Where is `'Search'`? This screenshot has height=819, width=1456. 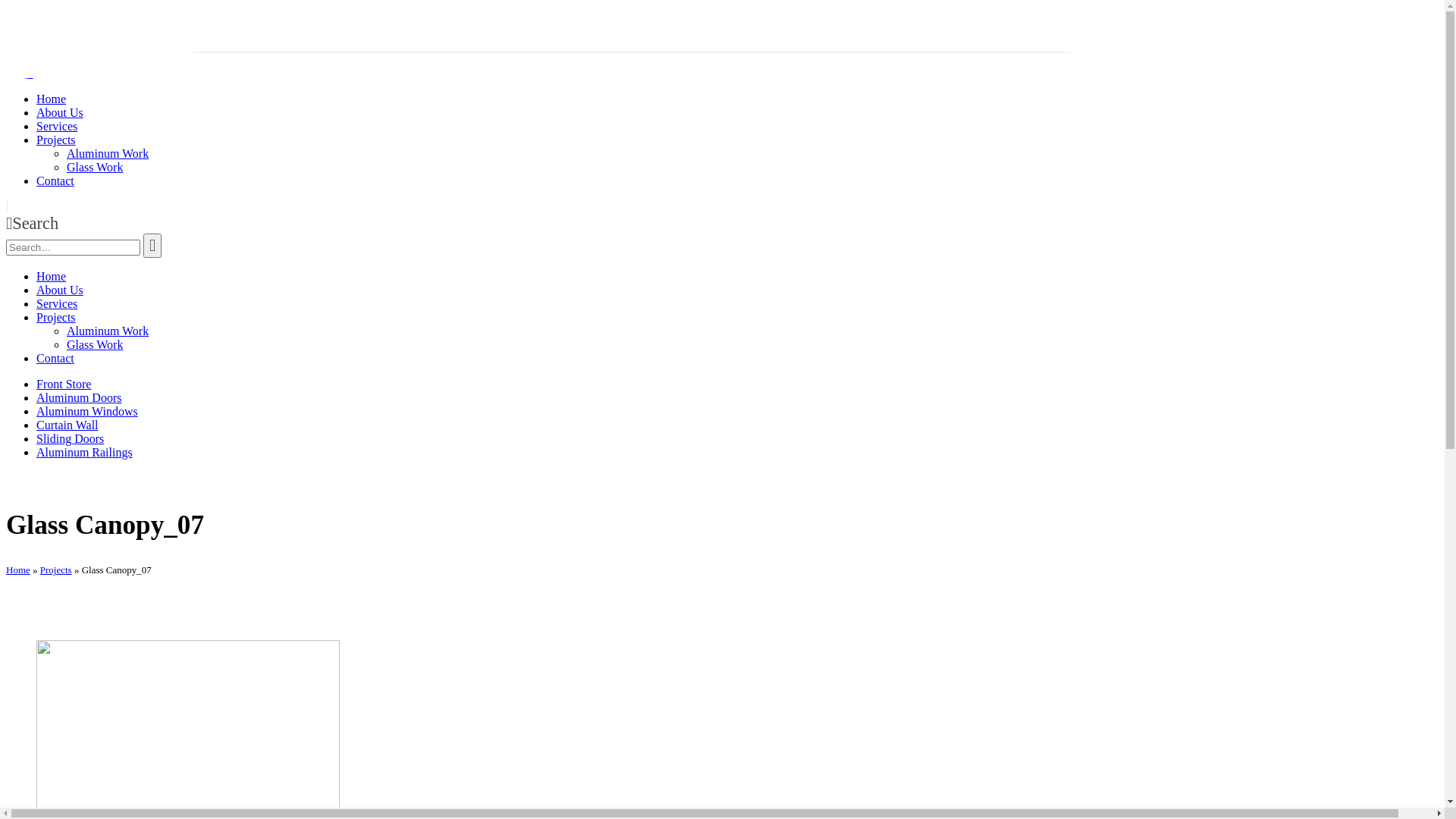 'Search' is located at coordinates (152, 245).